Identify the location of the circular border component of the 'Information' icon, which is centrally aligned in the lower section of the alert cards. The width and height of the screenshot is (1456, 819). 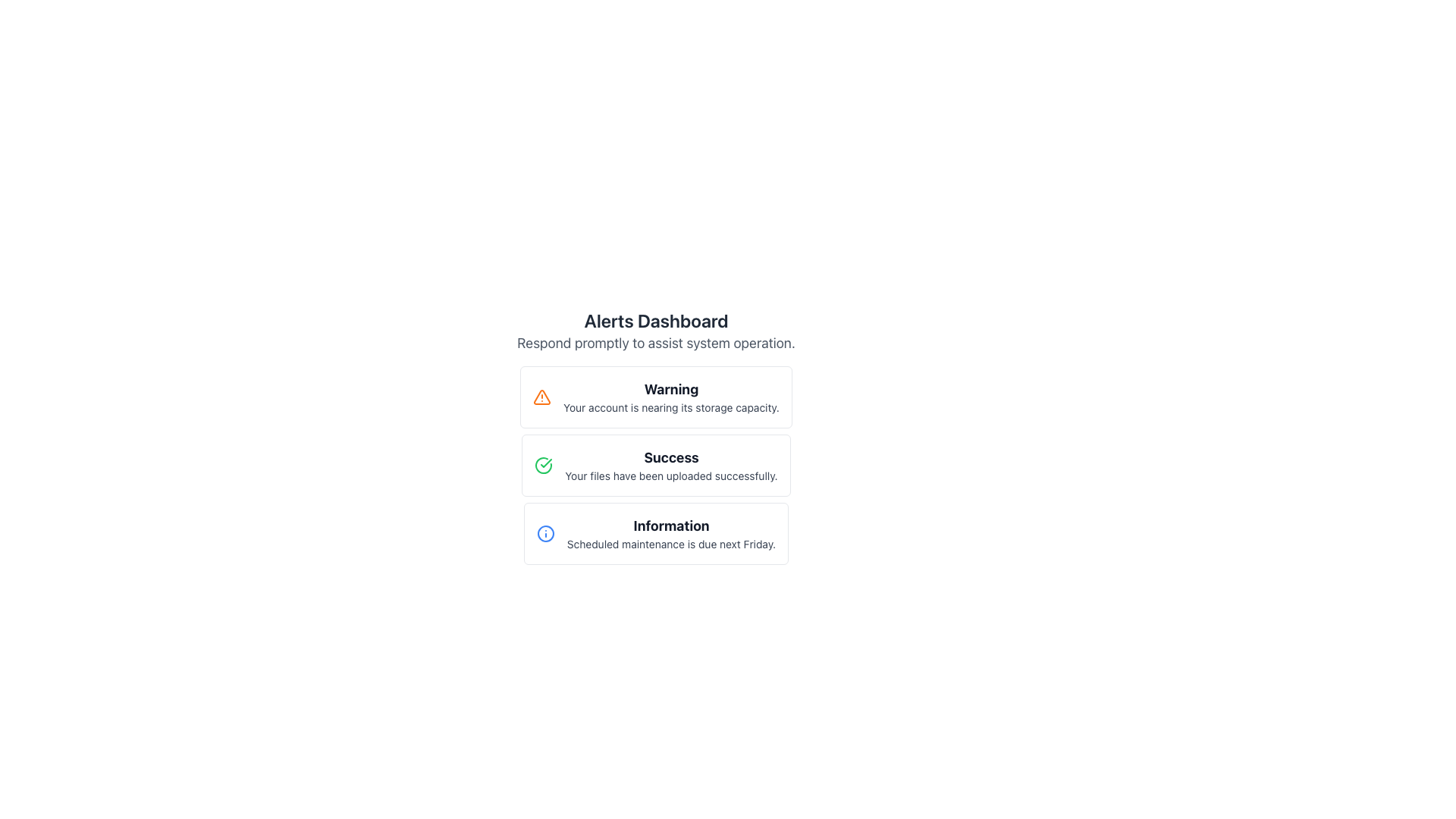
(545, 533).